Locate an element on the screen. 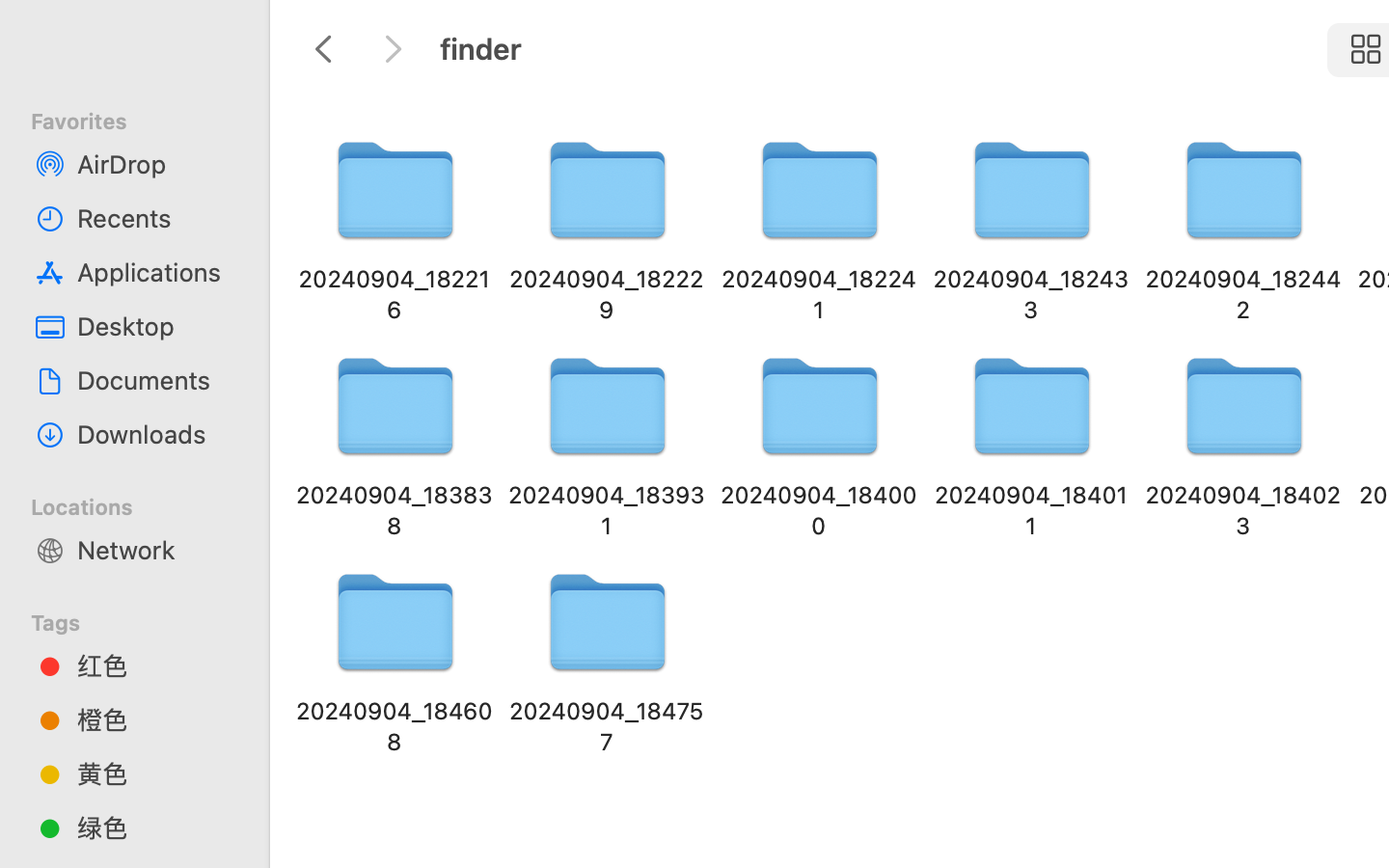  'Recents' is located at coordinates (153, 217).